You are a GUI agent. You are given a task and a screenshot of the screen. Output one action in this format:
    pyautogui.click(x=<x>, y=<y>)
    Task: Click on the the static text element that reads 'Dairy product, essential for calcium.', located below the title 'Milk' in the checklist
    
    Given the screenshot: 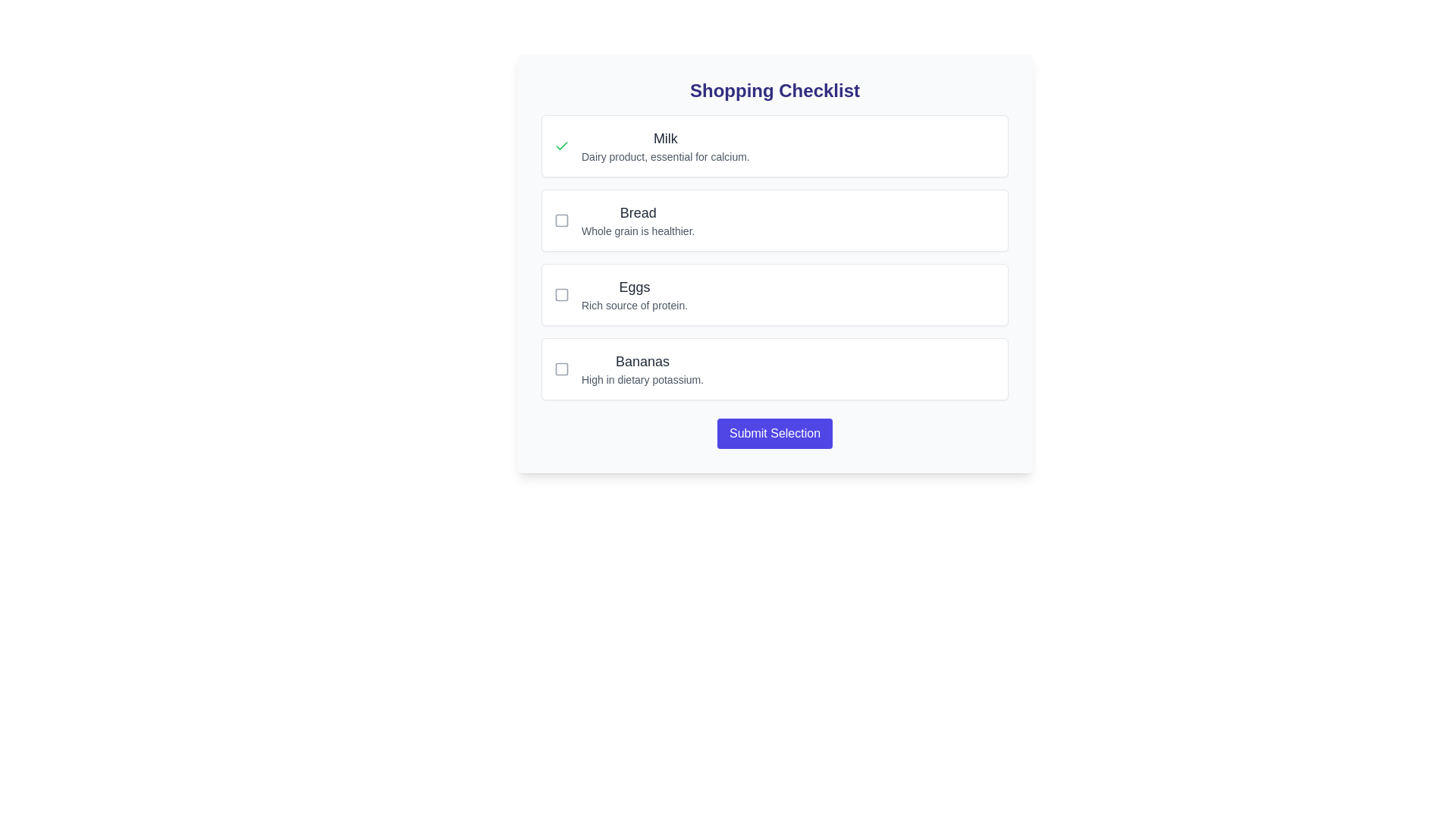 What is the action you would take?
    pyautogui.click(x=665, y=157)
    